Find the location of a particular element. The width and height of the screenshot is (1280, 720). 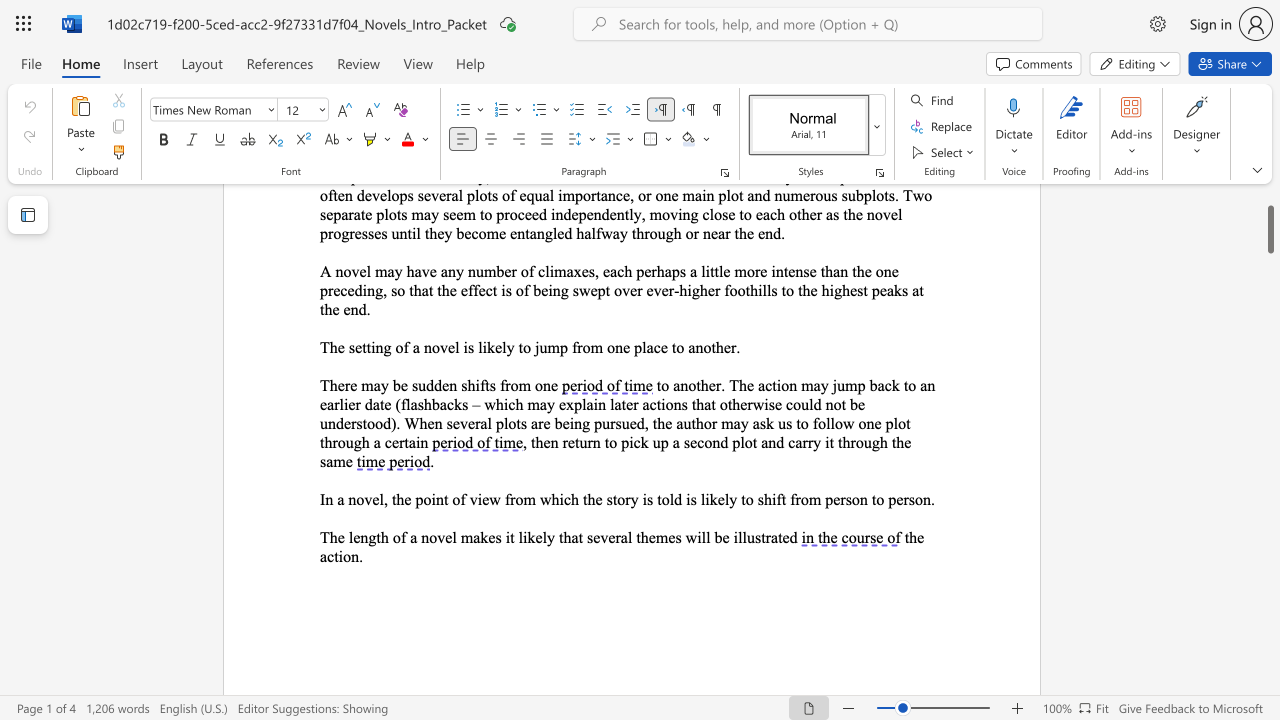

the scrollbar and move down 2850 pixels is located at coordinates (1269, 228).